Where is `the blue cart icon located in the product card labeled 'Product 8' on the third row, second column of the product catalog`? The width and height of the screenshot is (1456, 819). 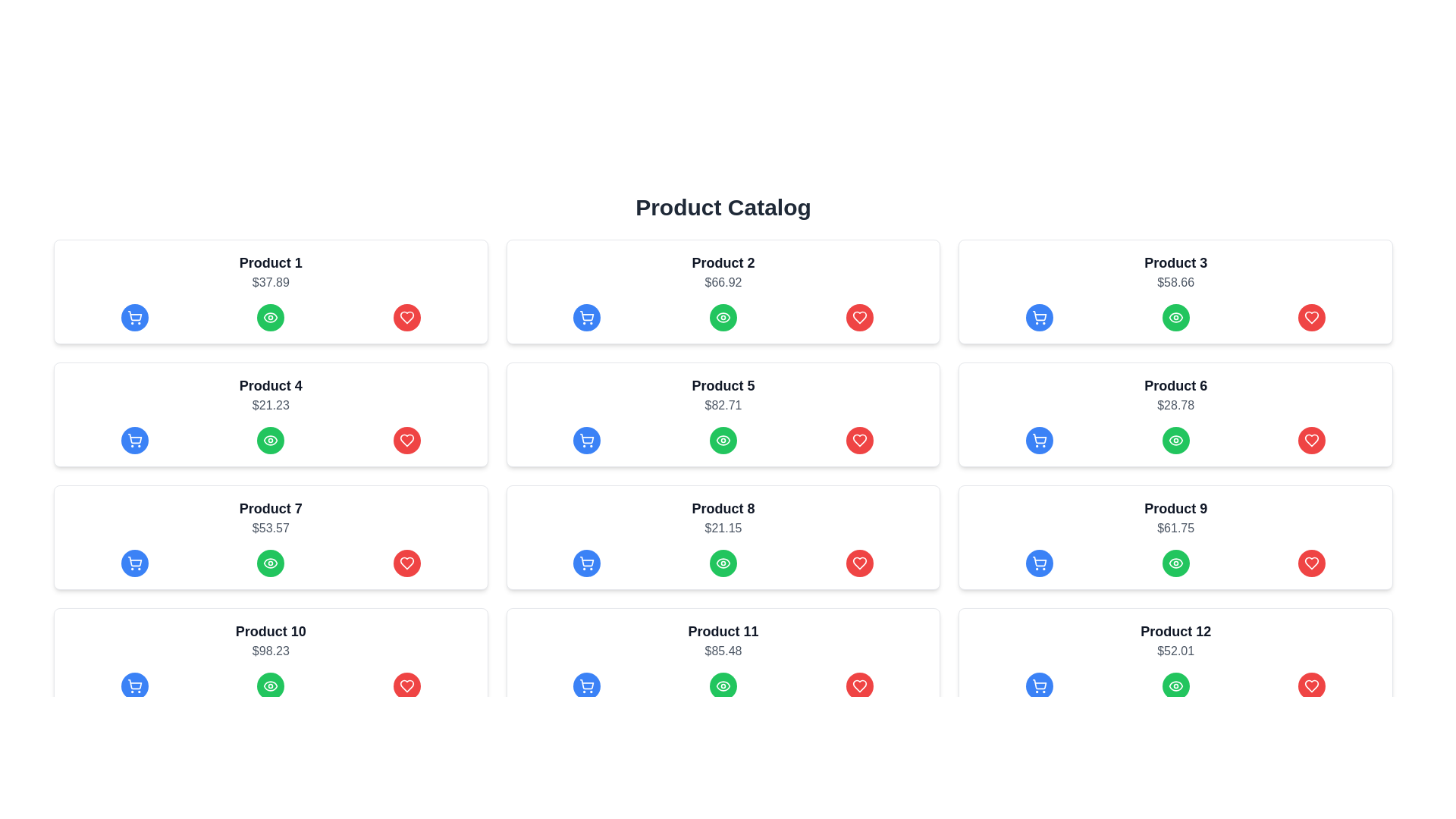
the blue cart icon located in the product card labeled 'Product 8' on the third row, second column of the product catalog is located at coordinates (586, 561).